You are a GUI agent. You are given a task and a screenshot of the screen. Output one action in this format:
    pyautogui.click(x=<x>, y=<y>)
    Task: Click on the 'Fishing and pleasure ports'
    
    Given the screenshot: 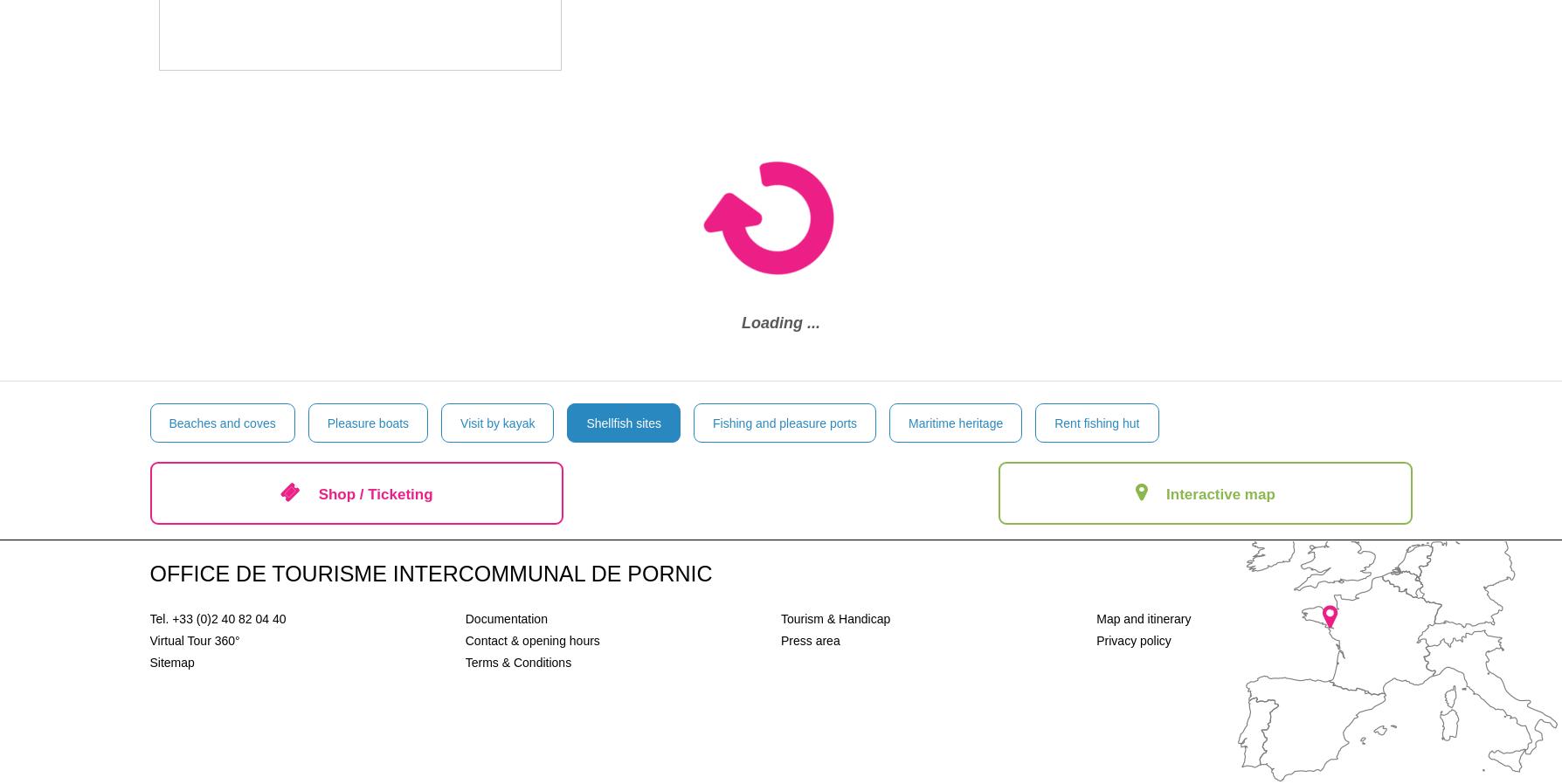 What is the action you would take?
    pyautogui.click(x=712, y=422)
    